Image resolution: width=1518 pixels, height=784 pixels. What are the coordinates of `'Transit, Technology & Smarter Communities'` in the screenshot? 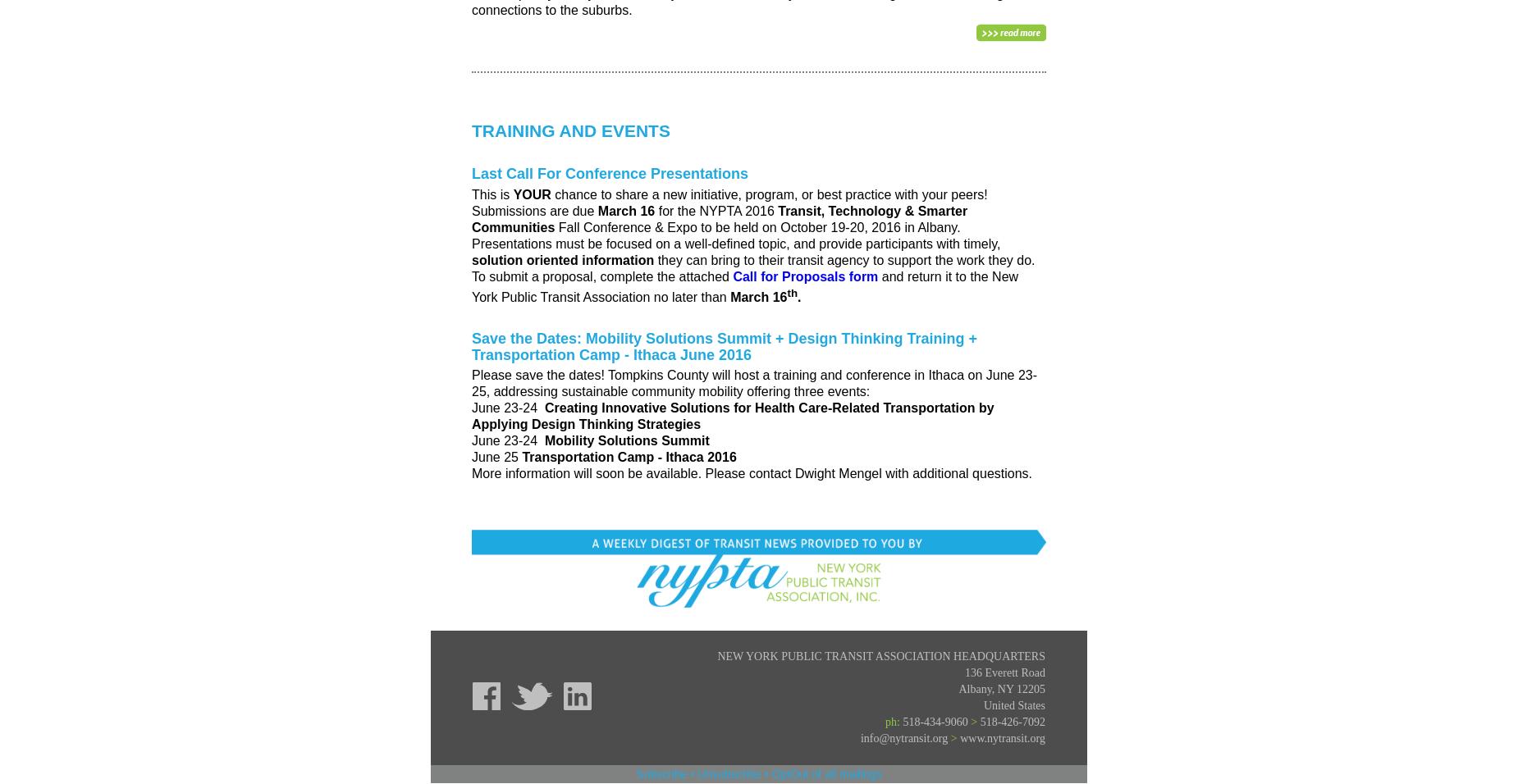 It's located at (720, 217).